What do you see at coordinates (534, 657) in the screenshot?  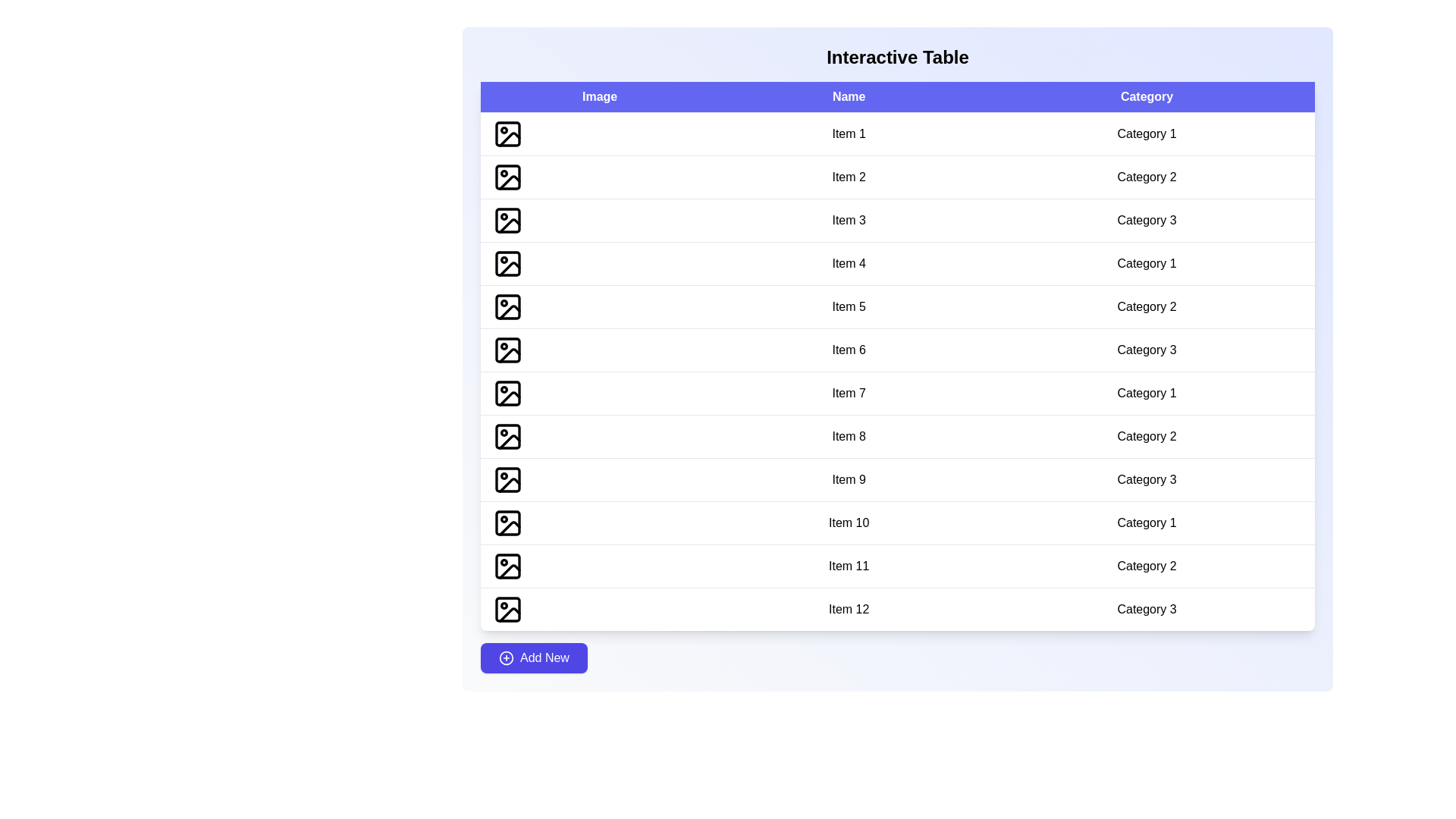 I see `the 'Add New' button to initiate adding a new item` at bounding box center [534, 657].